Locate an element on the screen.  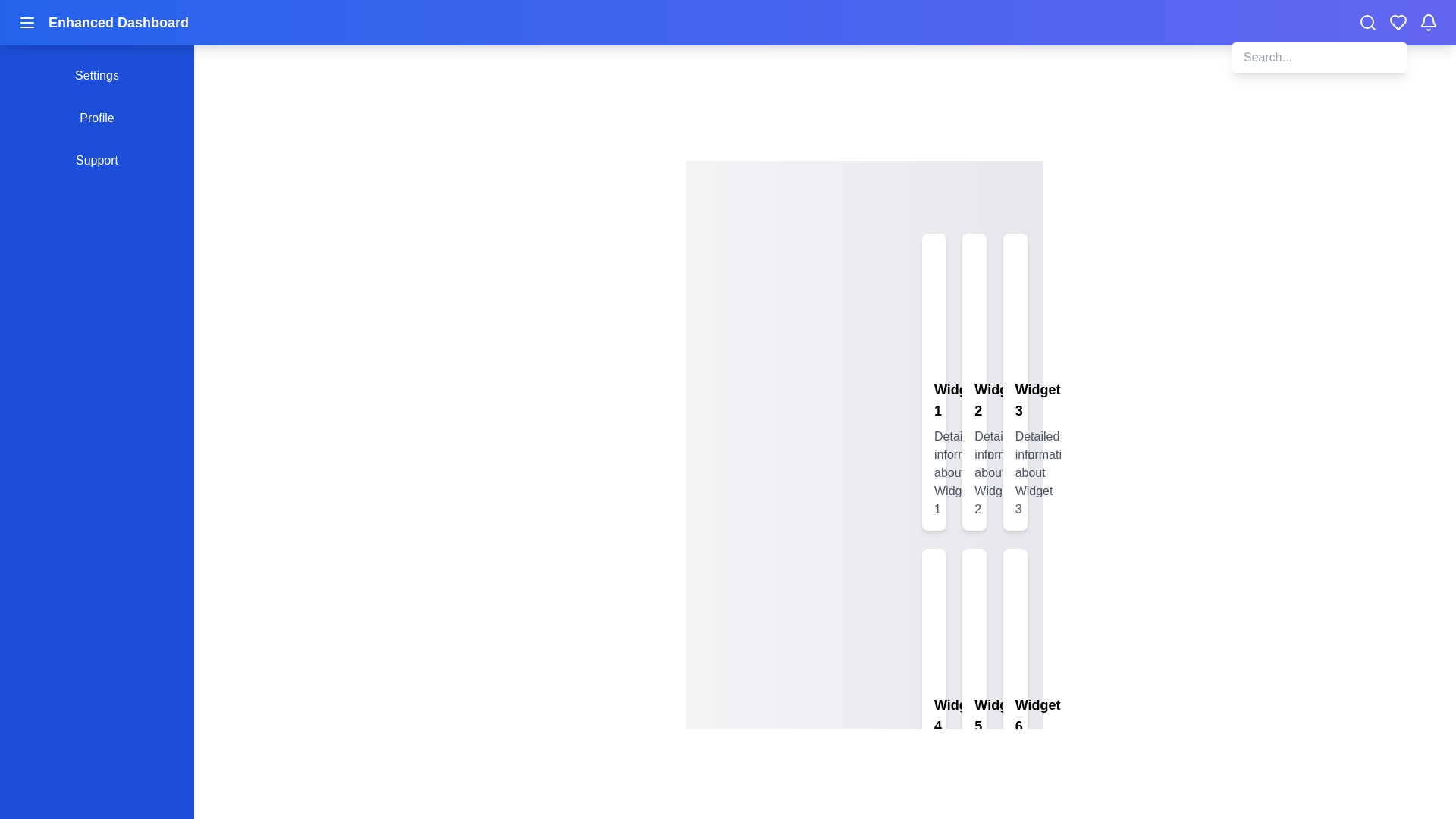
the SVG Circle that represents the circular glass area of the search icon located in the top-right corner of the interface is located at coordinates (1367, 22).